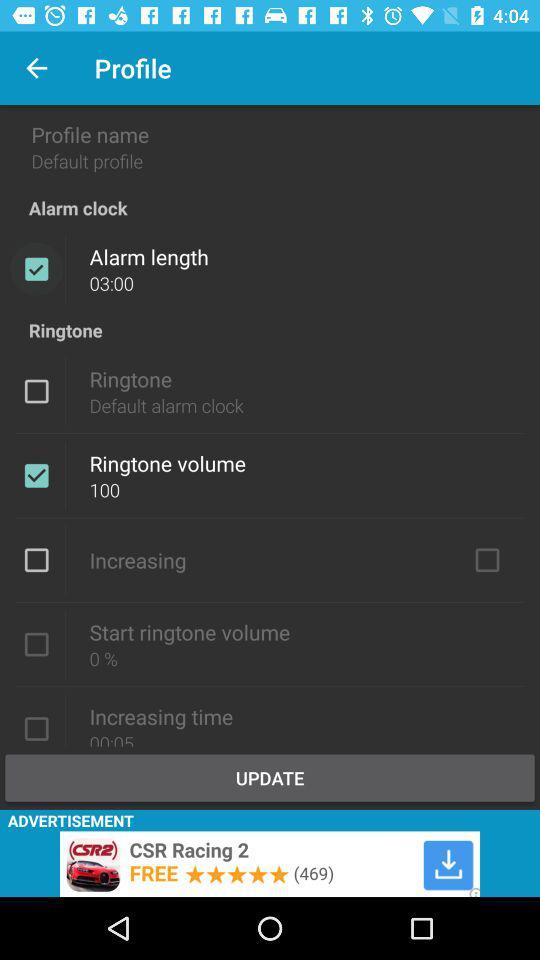 The width and height of the screenshot is (540, 960). I want to click on alarm, so click(36, 268).